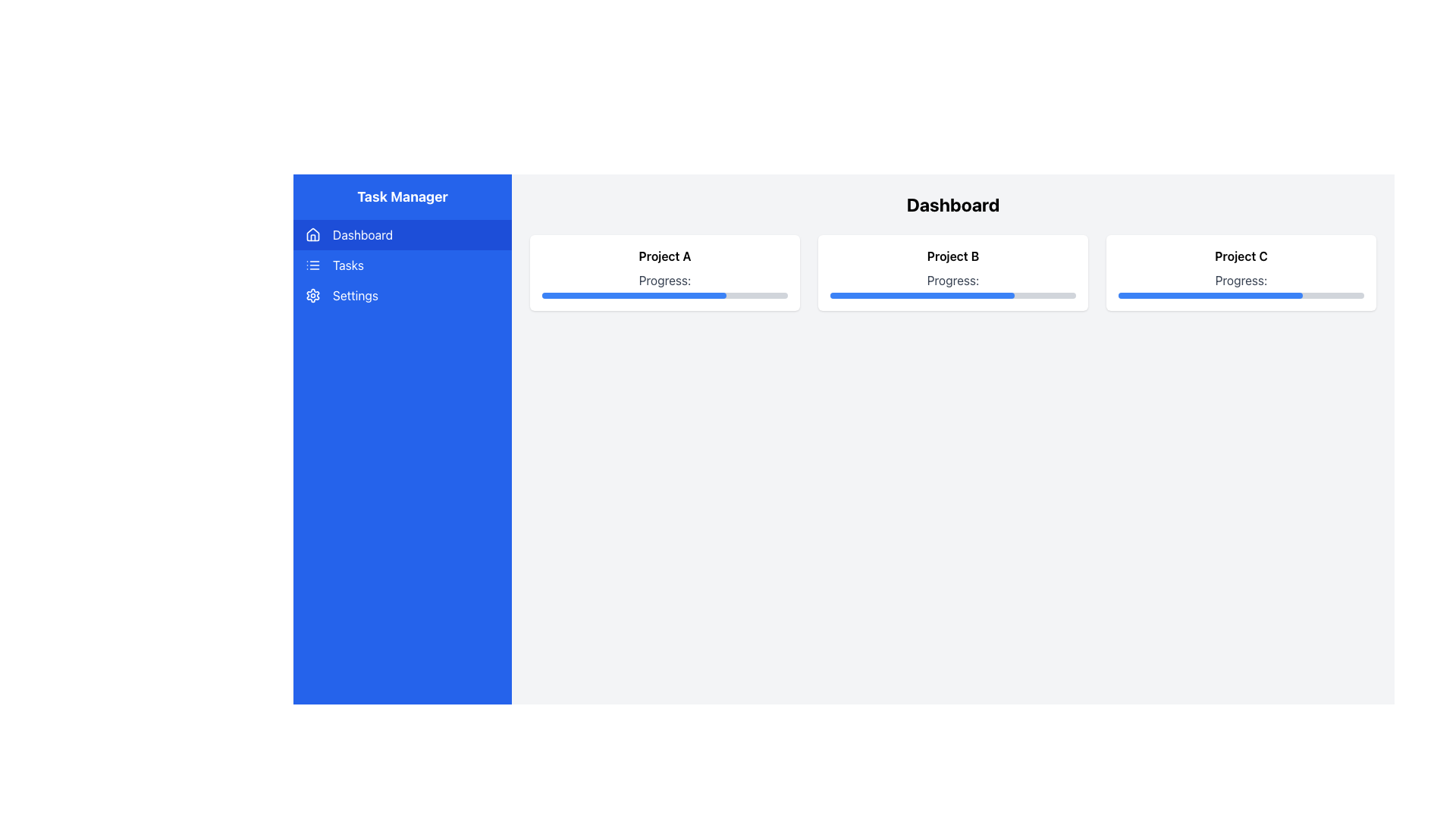 This screenshot has height=819, width=1456. What do you see at coordinates (312, 295) in the screenshot?
I see `the gear-shaped icon in the settings menu` at bounding box center [312, 295].